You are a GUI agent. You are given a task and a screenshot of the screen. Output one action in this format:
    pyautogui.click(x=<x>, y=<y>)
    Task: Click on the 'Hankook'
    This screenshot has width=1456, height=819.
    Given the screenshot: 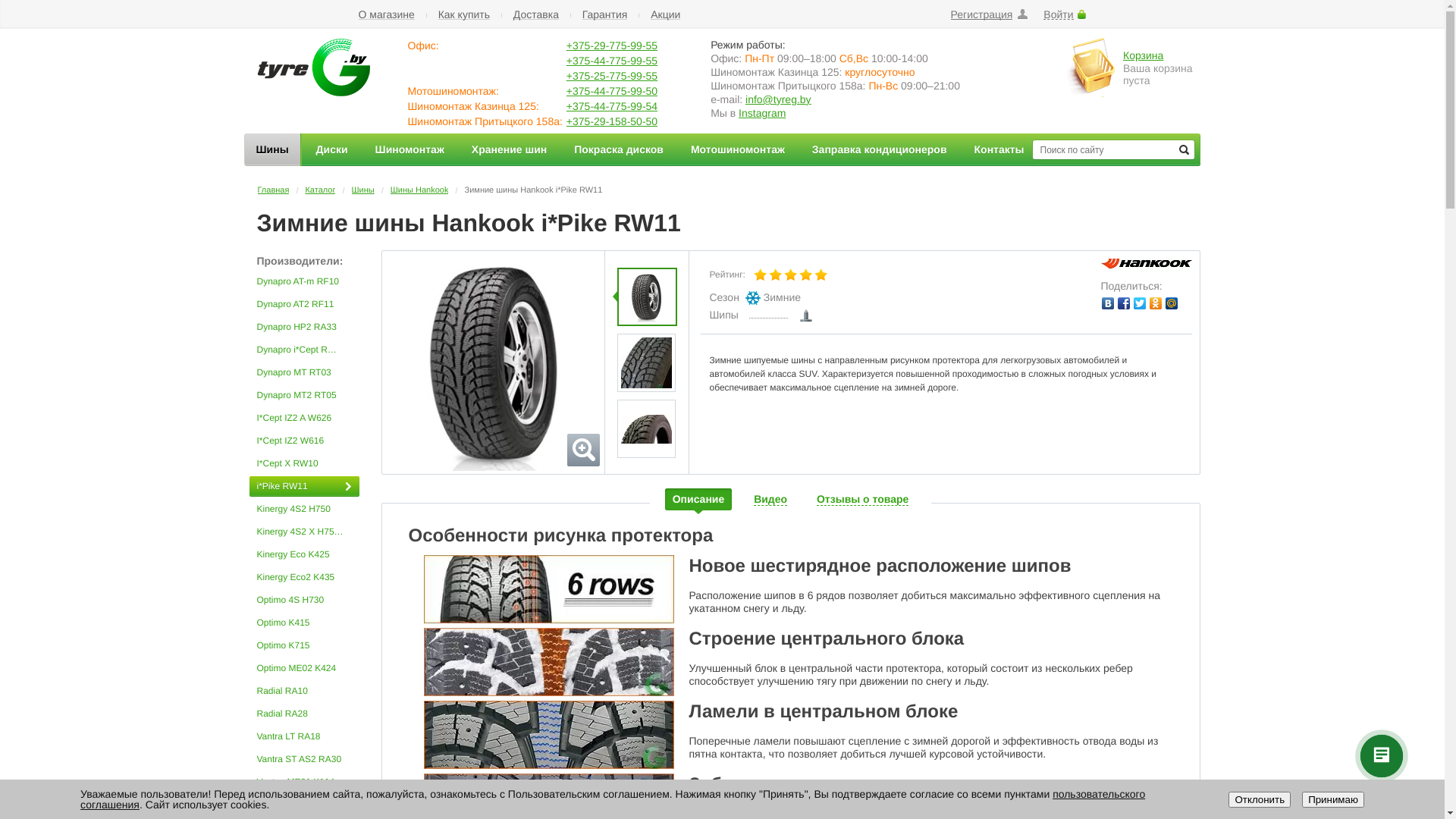 What is the action you would take?
    pyautogui.click(x=1100, y=265)
    